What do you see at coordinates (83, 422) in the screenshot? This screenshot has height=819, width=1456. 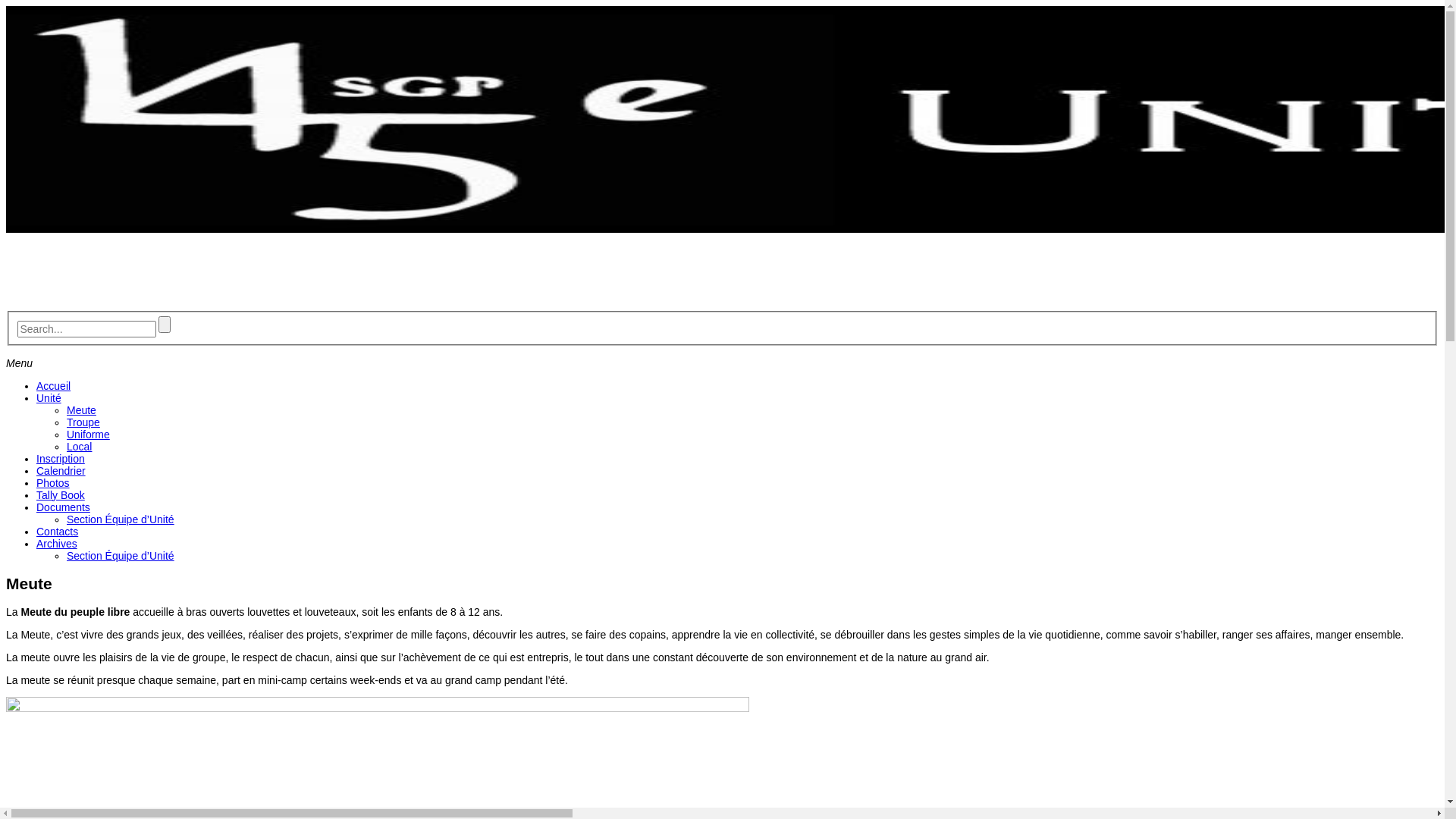 I see `'Troupe'` at bounding box center [83, 422].